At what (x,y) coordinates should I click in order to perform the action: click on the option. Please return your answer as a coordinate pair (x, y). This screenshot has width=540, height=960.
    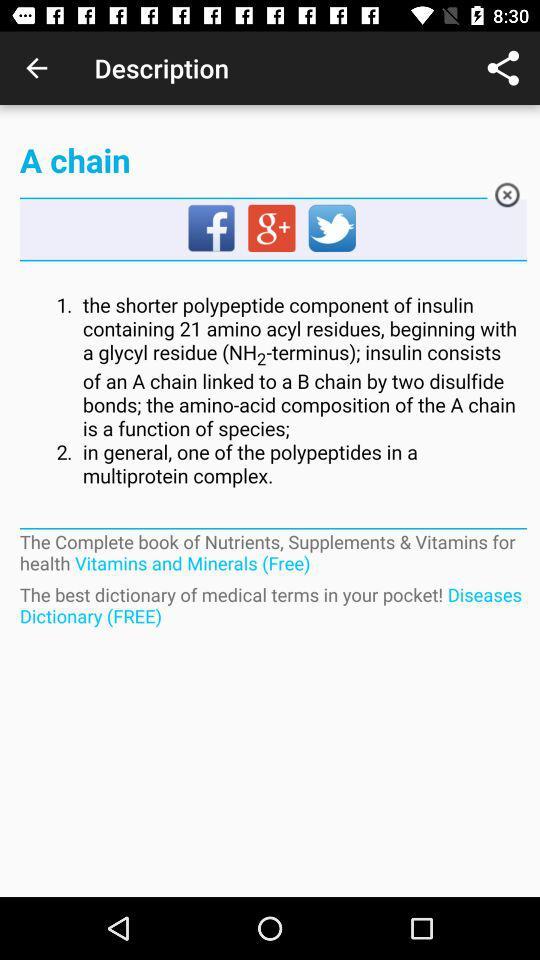
    Looking at the image, I should click on (507, 198).